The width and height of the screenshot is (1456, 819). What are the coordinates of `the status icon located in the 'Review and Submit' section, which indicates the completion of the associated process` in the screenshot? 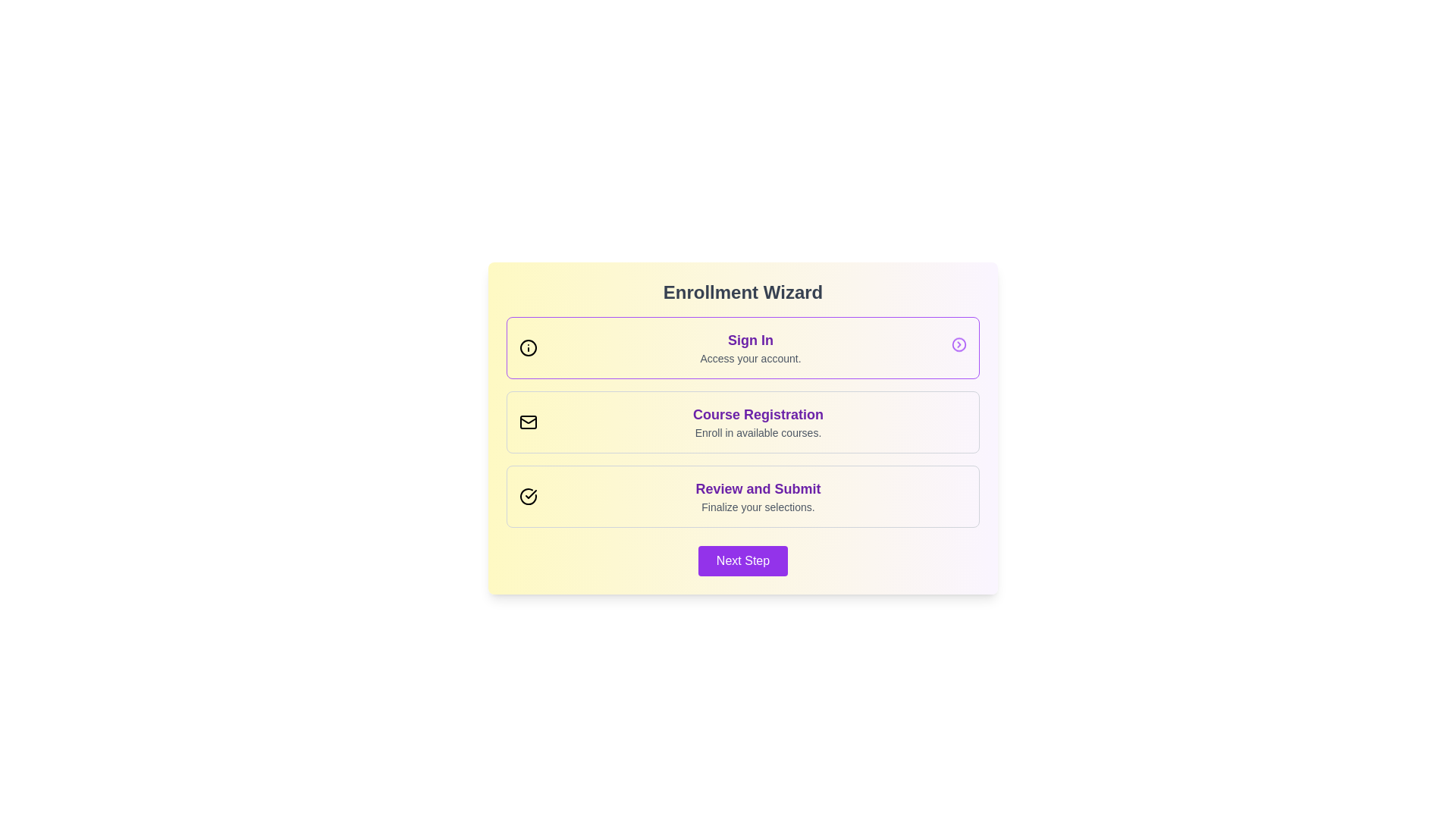 It's located at (528, 497).